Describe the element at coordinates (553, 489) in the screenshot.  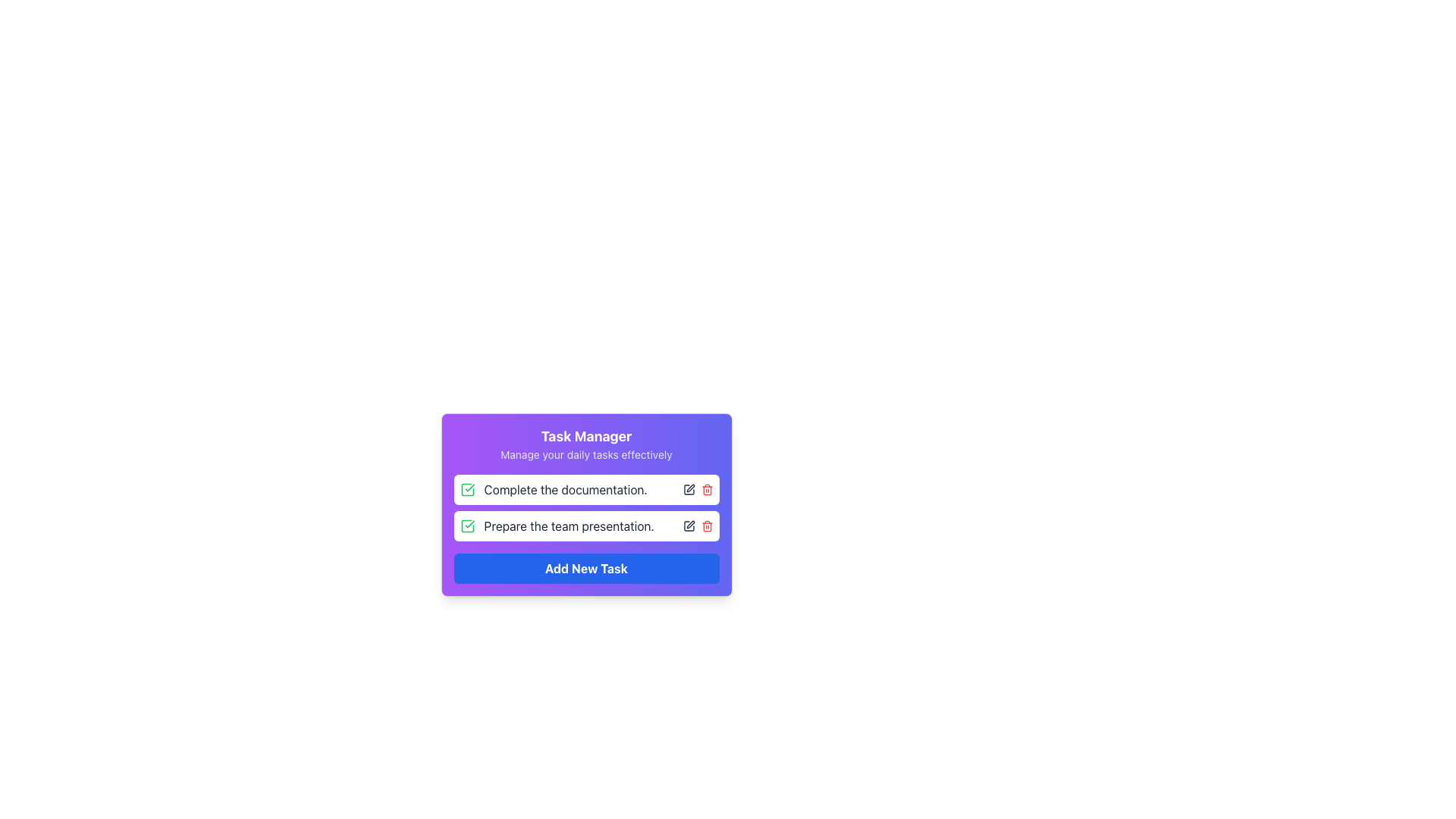
I see `the completed task item component labeled 'Complete the documentation' in the 'Task Manager' interface` at that location.